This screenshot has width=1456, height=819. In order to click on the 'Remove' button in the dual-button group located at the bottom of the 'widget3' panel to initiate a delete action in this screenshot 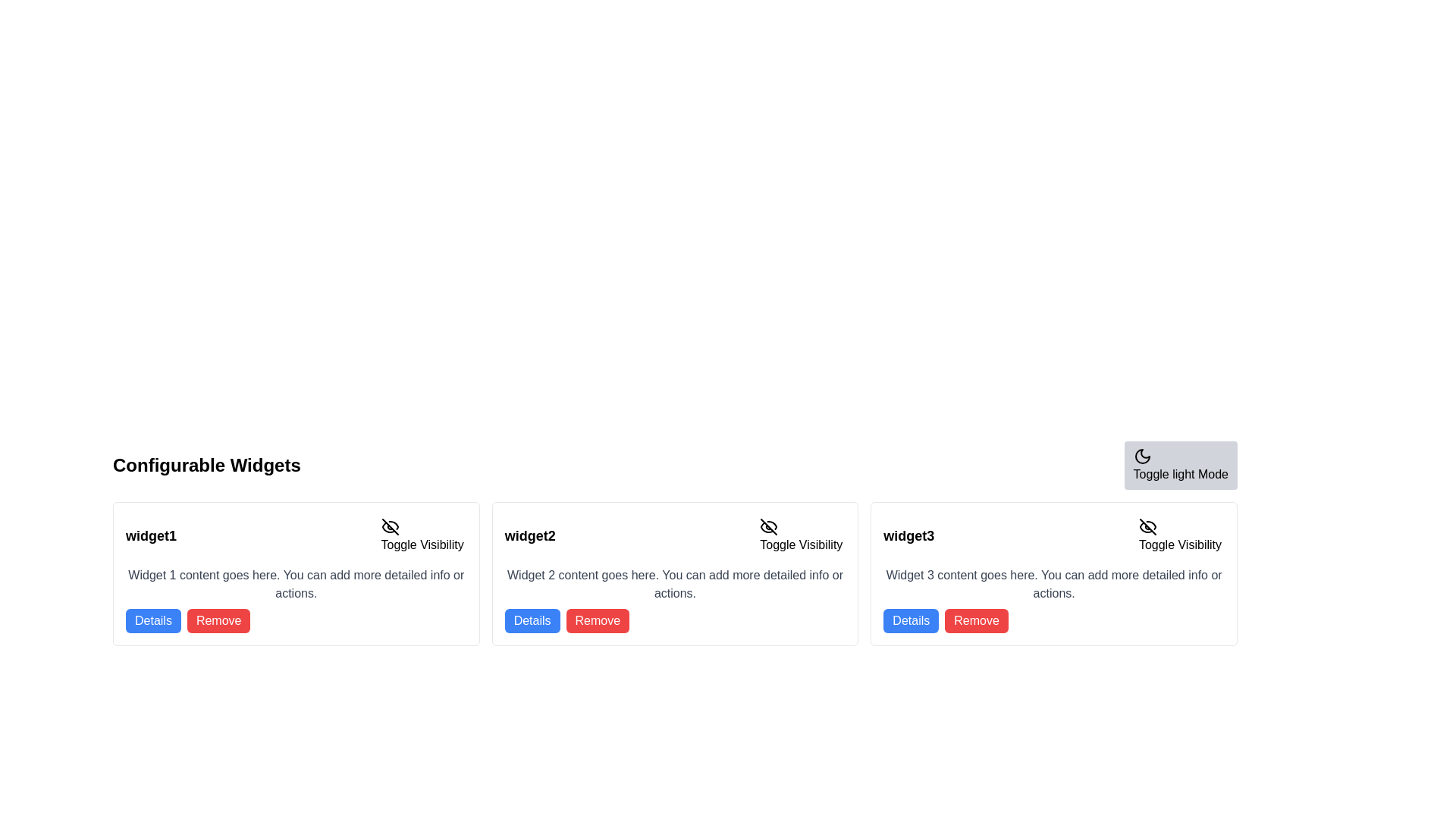, I will do `click(1053, 620)`.